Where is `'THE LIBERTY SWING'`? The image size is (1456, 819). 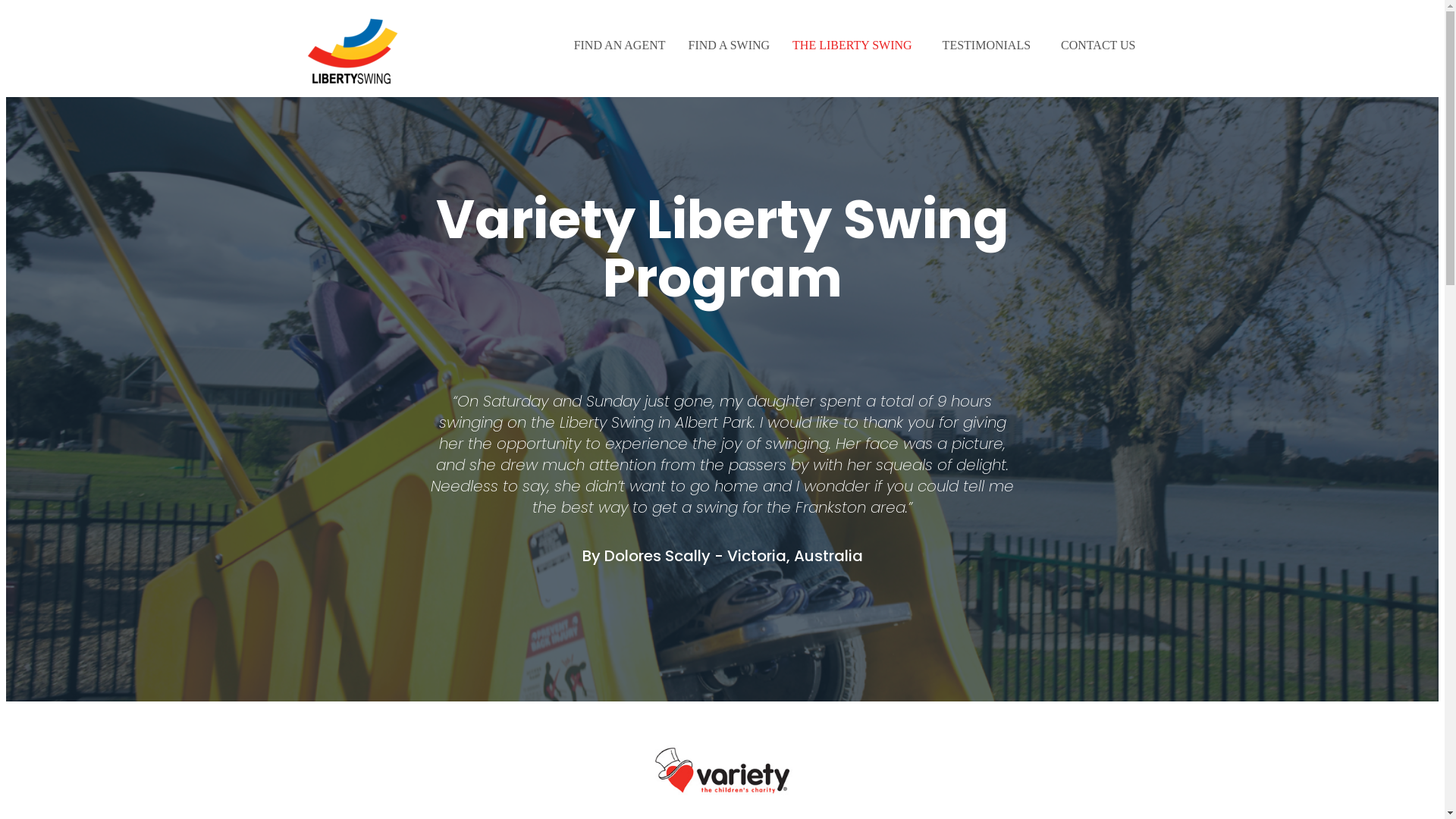
'THE LIBERTY SWING' is located at coordinates (855, 45).